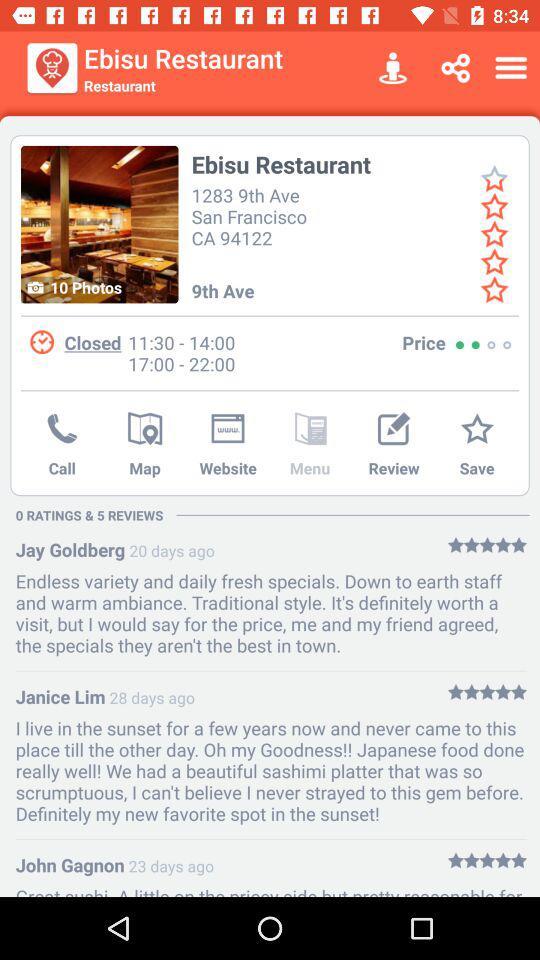 This screenshot has height=960, width=540. What do you see at coordinates (252, 215) in the screenshot?
I see `the icon below the ebisu restaurant icon` at bounding box center [252, 215].